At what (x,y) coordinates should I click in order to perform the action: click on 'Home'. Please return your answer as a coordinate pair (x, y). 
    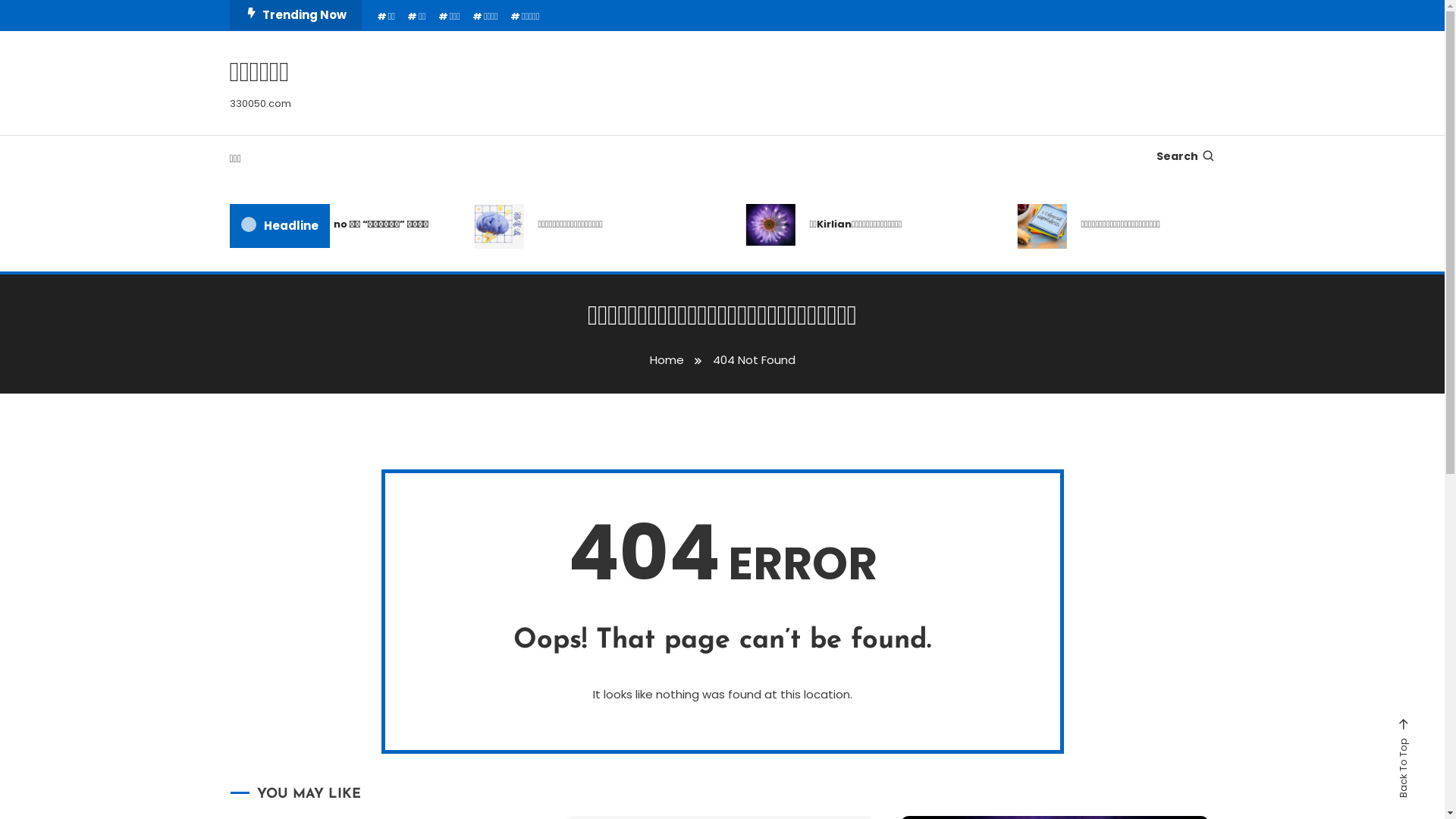
    Looking at the image, I should click on (666, 359).